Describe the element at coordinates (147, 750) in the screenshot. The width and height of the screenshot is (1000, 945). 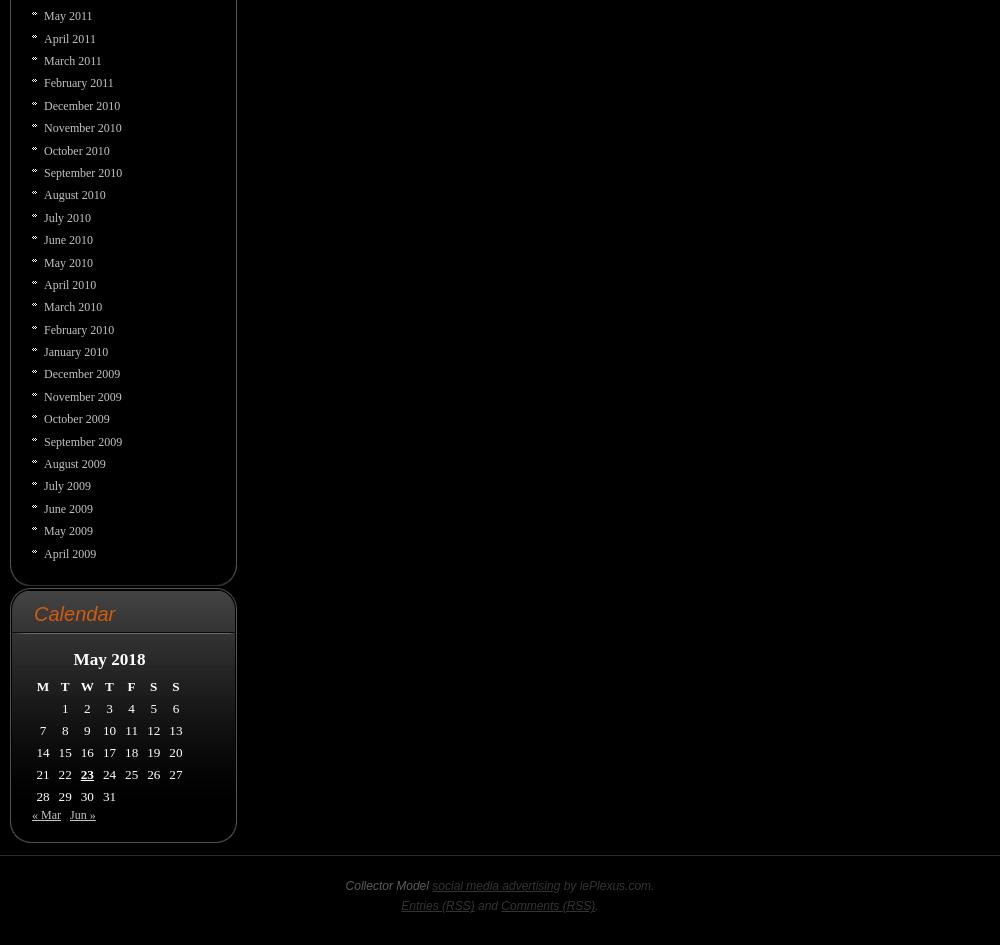
I see `'19'` at that location.